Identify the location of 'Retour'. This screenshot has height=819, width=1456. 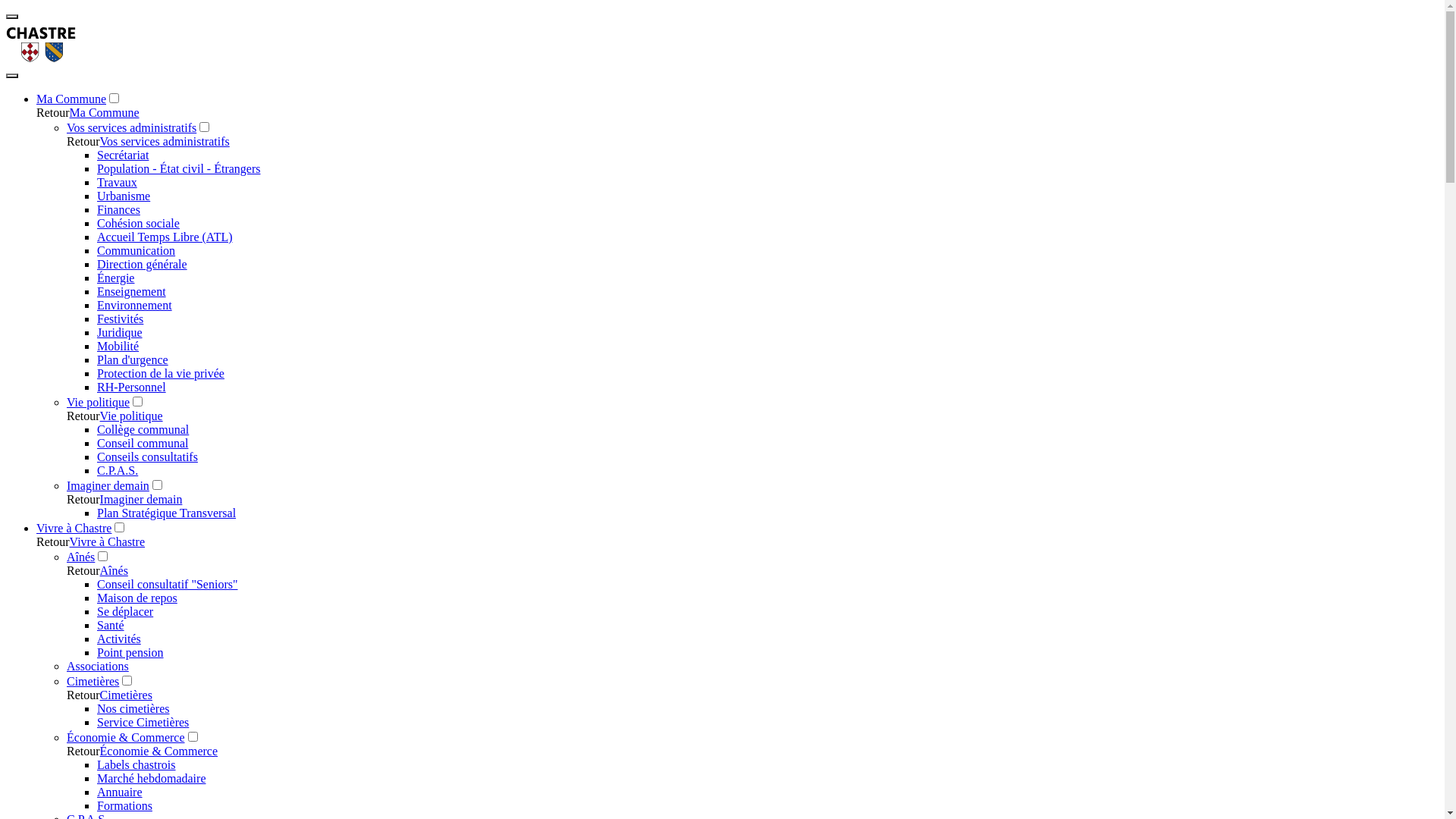
(83, 751).